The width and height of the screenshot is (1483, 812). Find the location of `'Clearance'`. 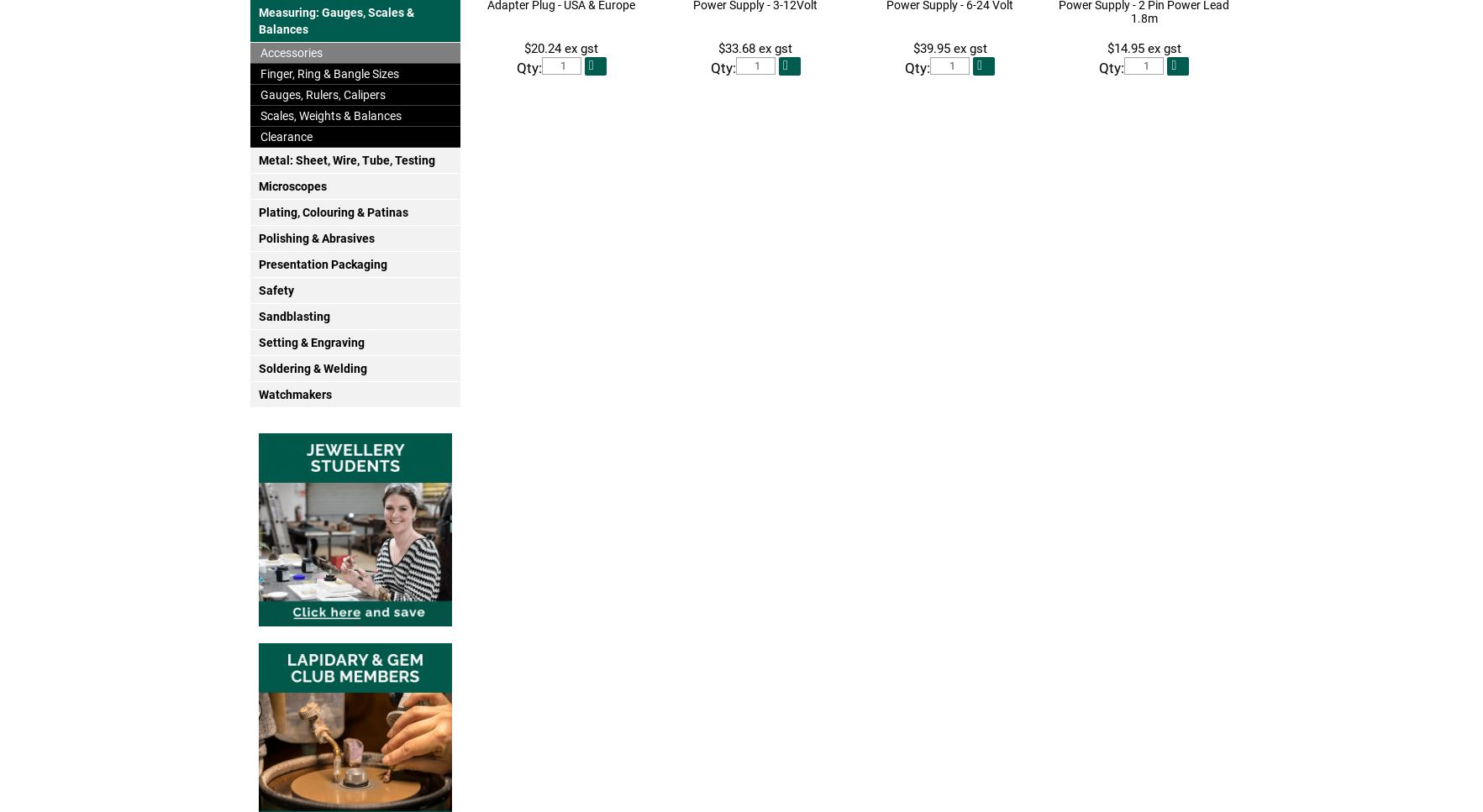

'Clearance' is located at coordinates (284, 137).